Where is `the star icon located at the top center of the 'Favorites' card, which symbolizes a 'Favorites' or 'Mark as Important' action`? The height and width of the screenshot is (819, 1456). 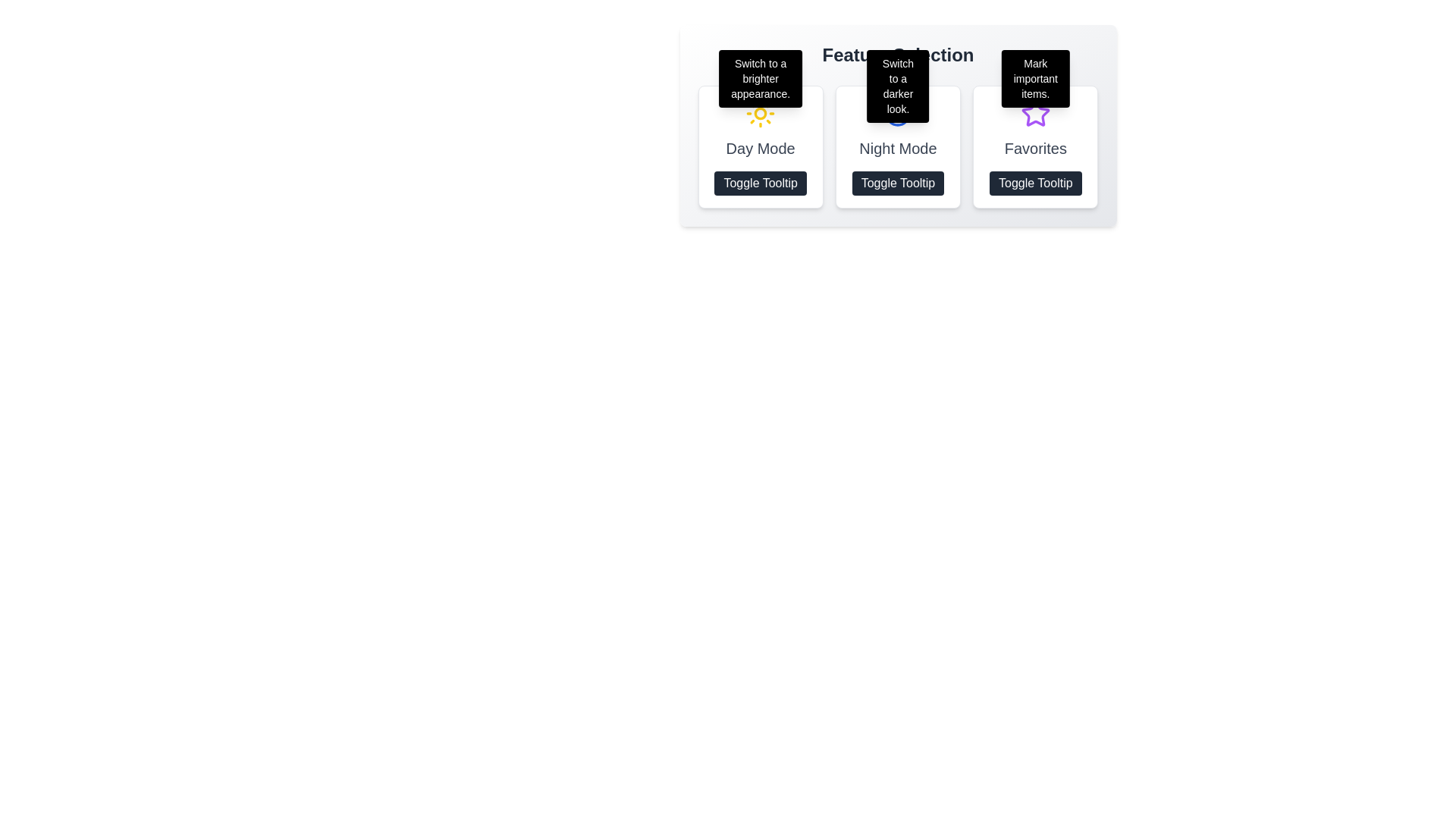
the star icon located at the top center of the 'Favorites' card, which symbolizes a 'Favorites' or 'Mark as Important' action is located at coordinates (1034, 113).